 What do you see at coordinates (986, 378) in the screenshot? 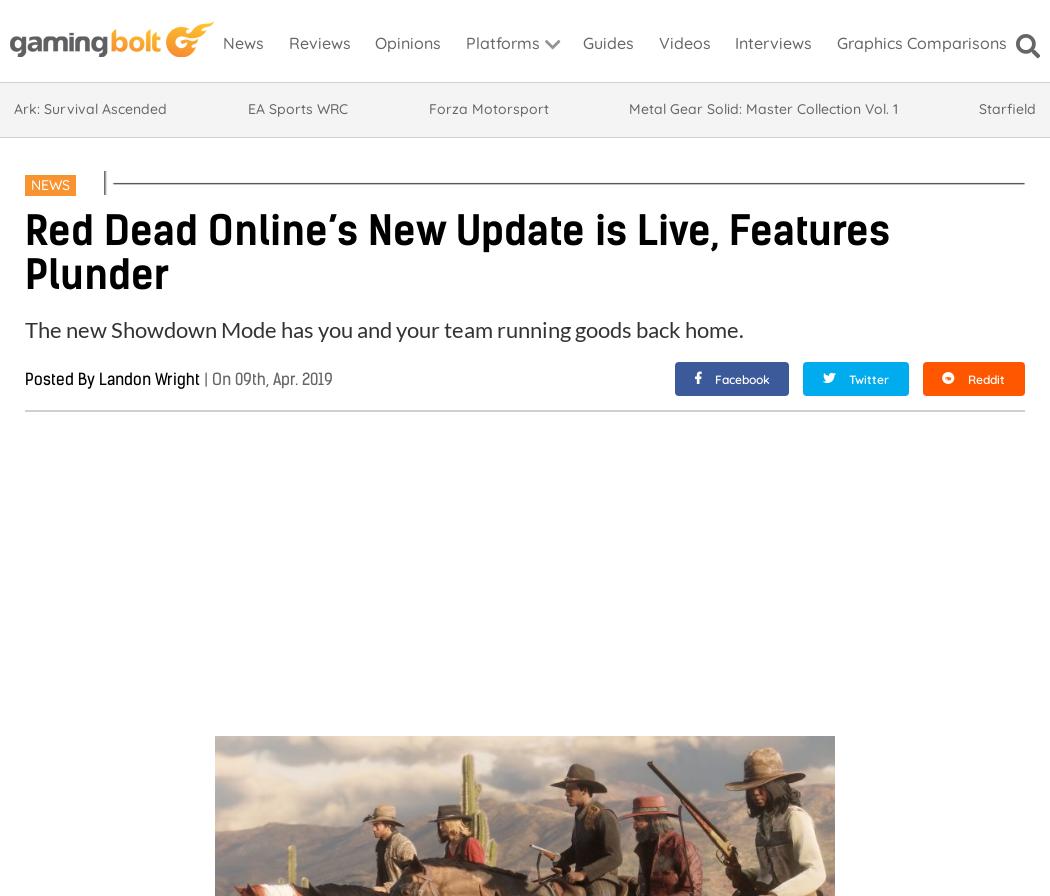
I see `'Reddit'` at bounding box center [986, 378].